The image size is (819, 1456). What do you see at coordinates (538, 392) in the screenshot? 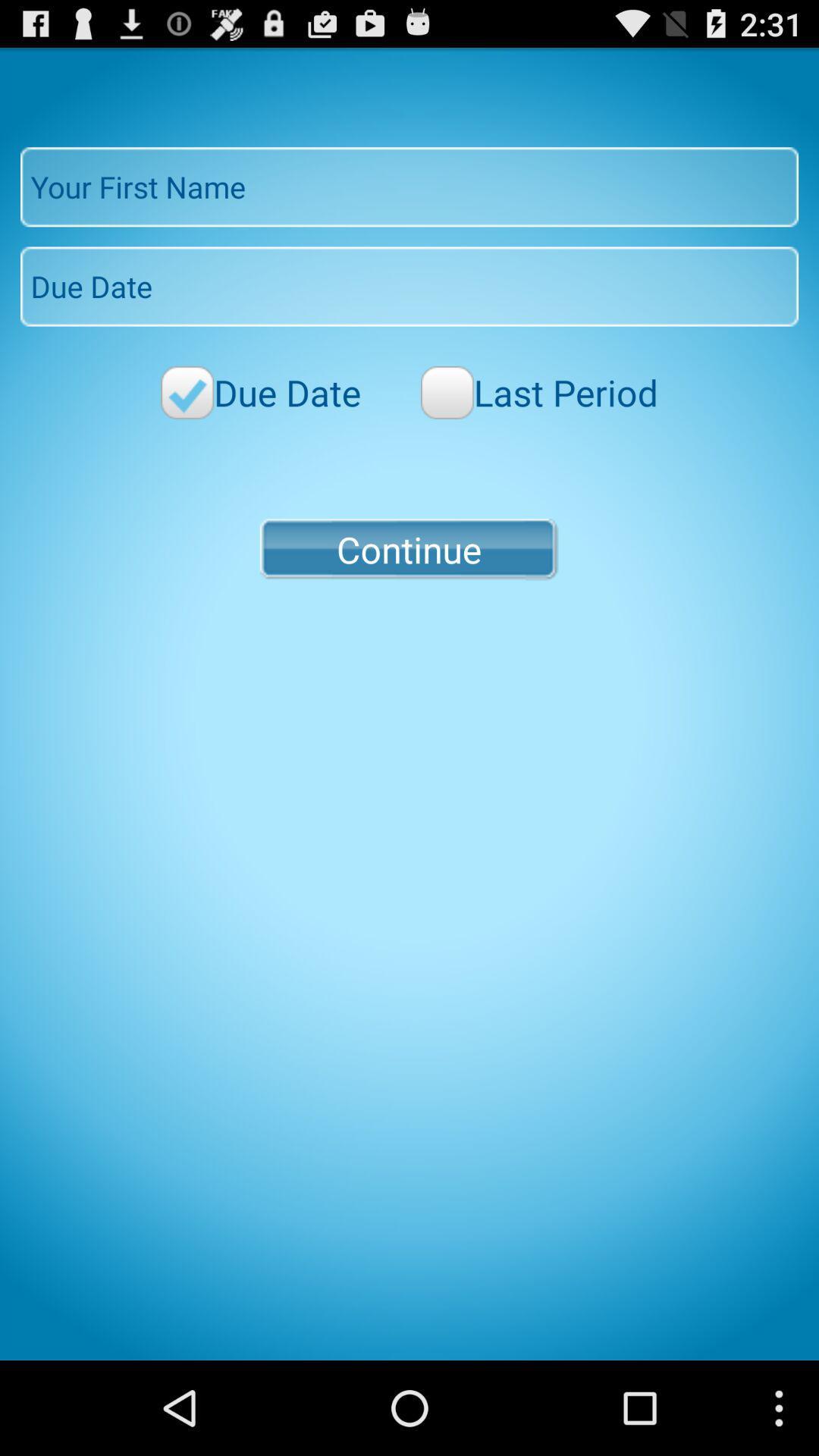
I see `last period` at bounding box center [538, 392].